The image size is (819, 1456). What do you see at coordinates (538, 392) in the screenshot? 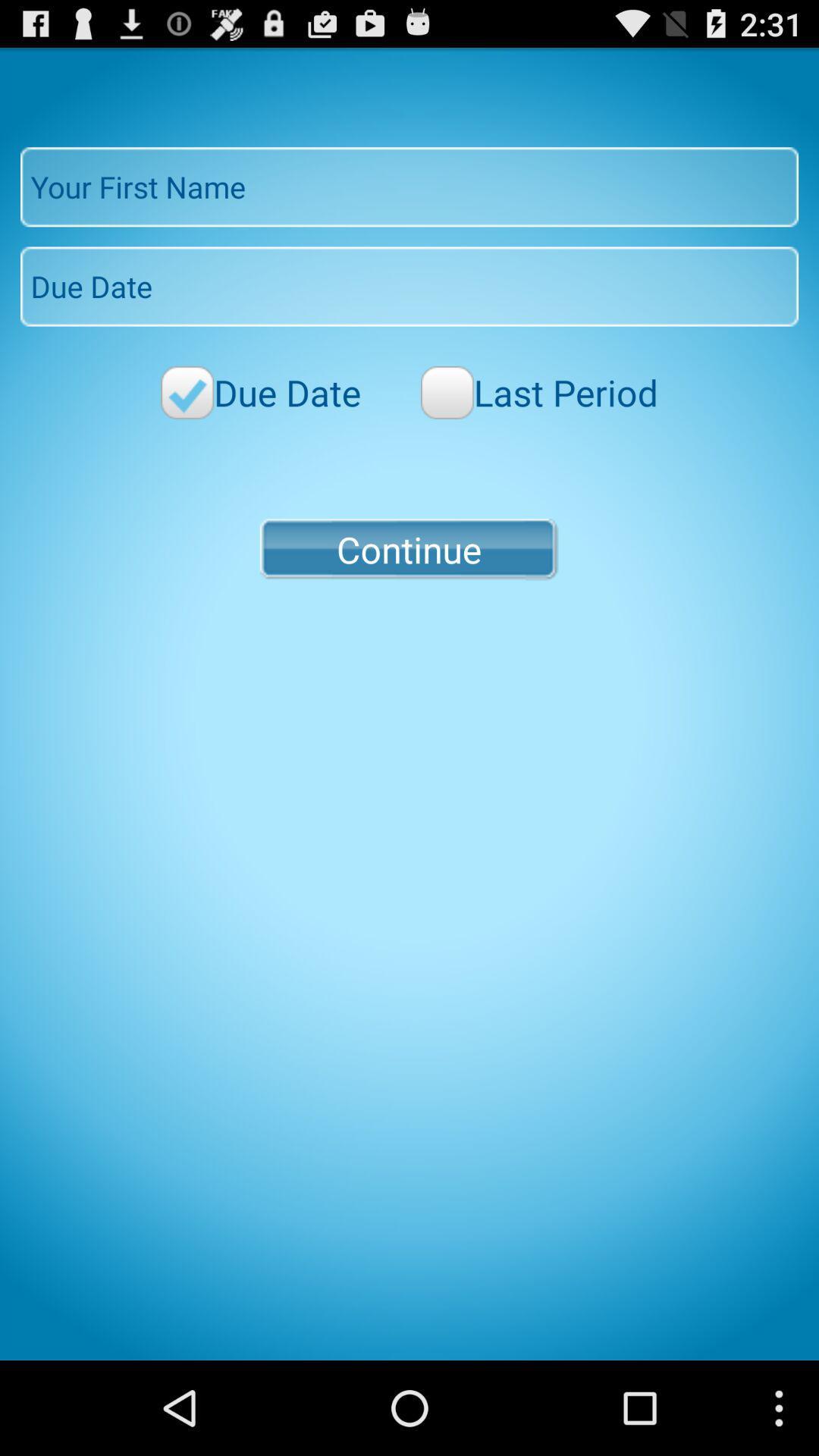
I see `last period` at bounding box center [538, 392].